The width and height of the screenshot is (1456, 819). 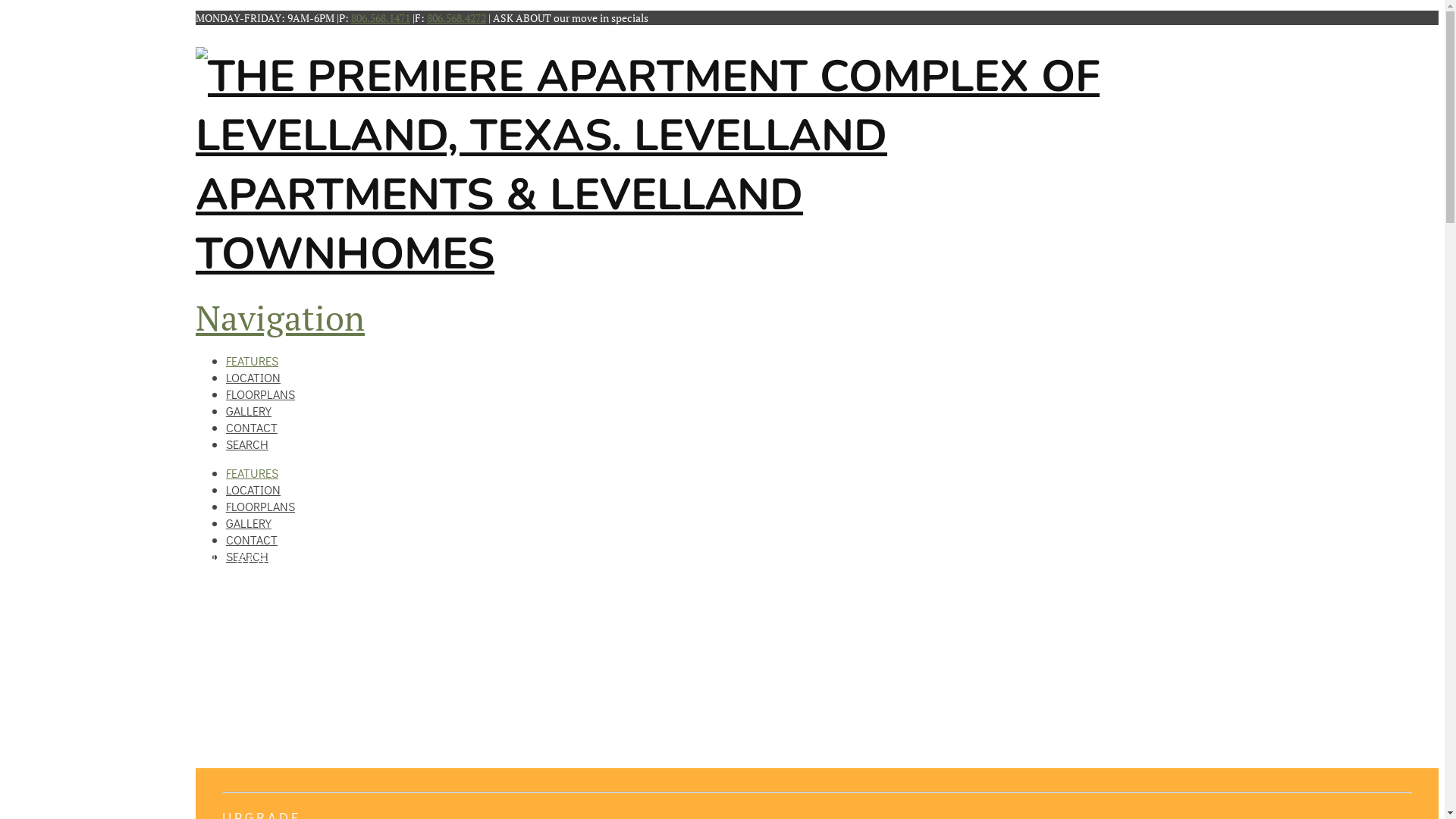 I want to click on 'SEARCH', so click(x=247, y=439).